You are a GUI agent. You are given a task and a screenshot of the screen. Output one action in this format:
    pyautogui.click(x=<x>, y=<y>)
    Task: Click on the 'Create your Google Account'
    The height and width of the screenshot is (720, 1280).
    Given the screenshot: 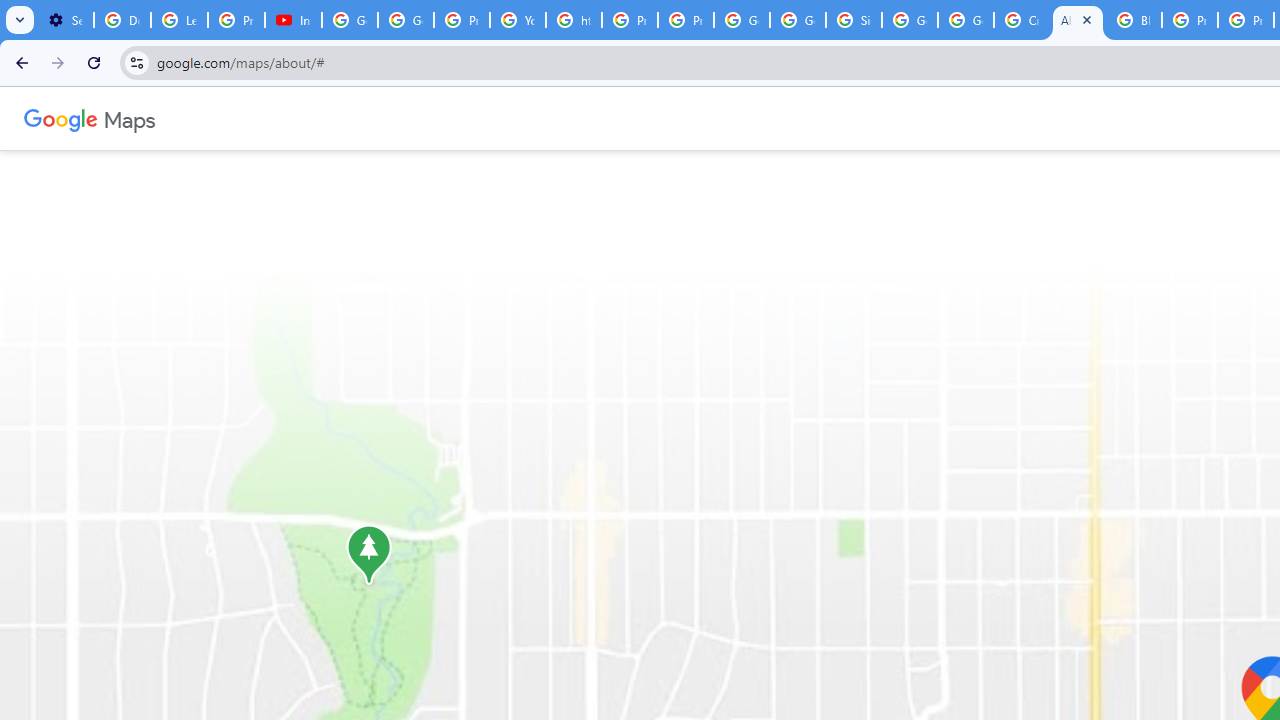 What is the action you would take?
    pyautogui.click(x=1022, y=20)
    